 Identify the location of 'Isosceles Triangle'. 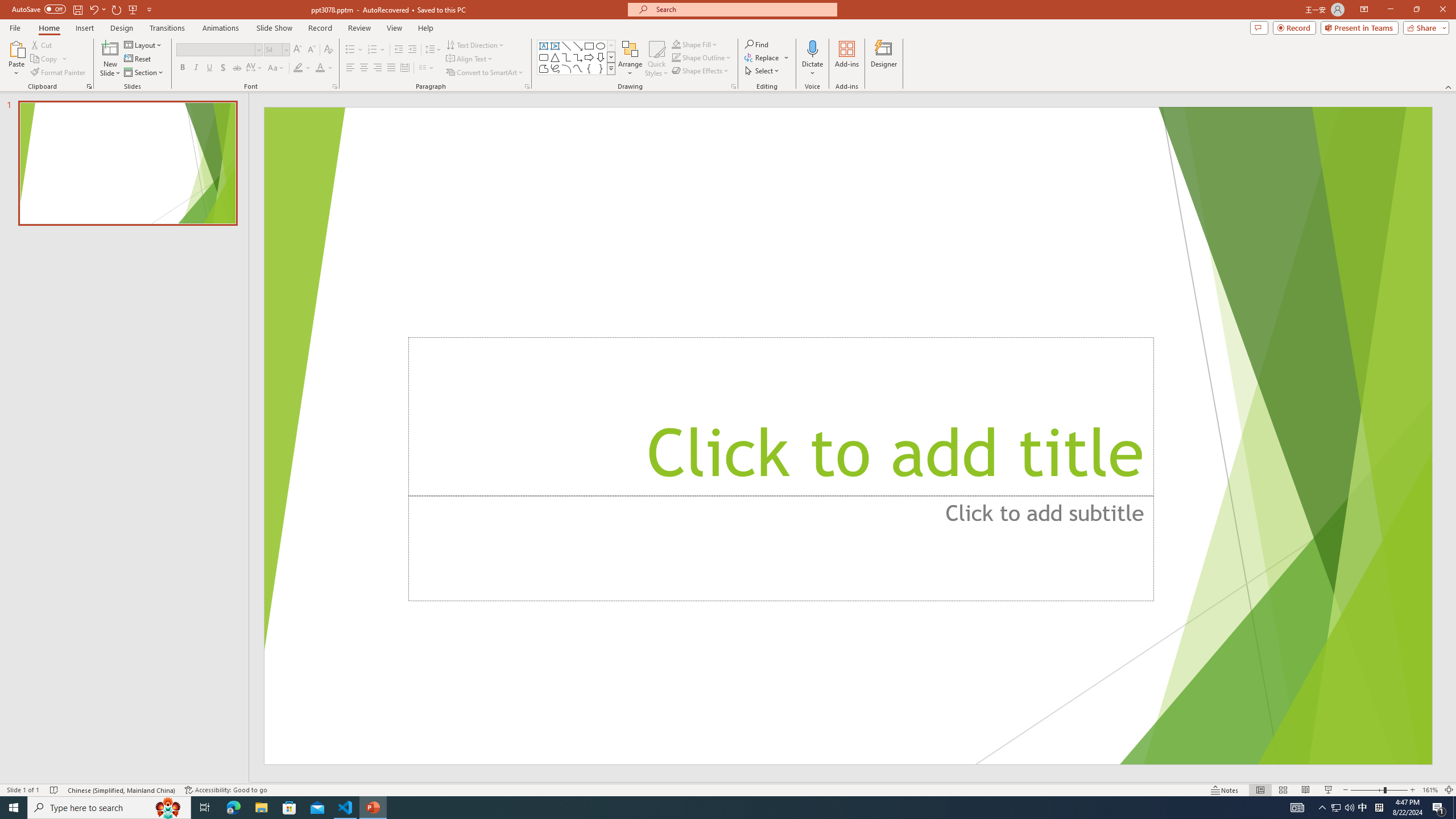
(554, 56).